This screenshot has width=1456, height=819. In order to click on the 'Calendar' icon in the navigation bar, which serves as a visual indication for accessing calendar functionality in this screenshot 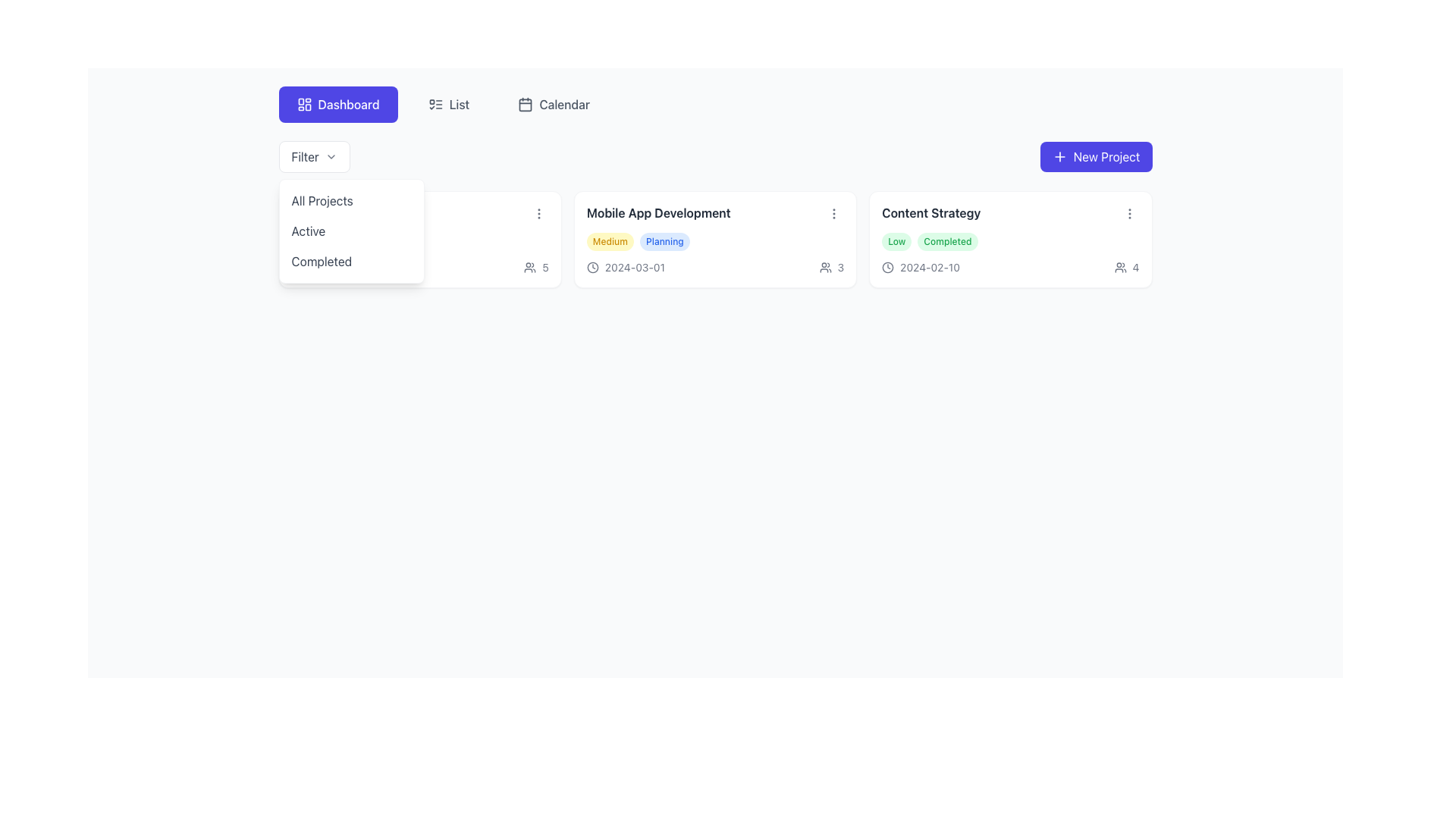, I will do `click(526, 104)`.